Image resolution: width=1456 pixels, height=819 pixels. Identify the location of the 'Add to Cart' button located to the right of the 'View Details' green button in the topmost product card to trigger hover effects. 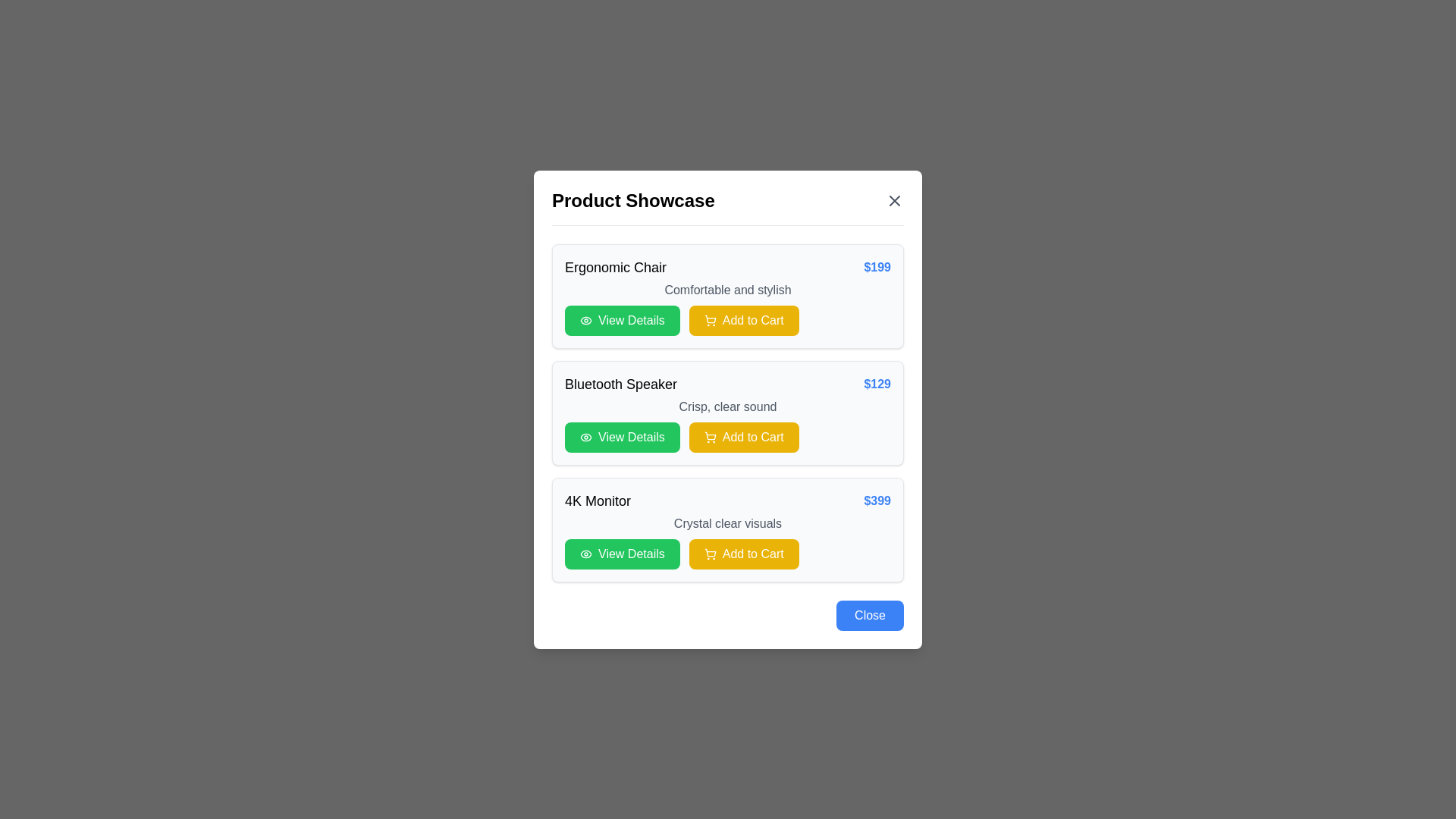
(744, 319).